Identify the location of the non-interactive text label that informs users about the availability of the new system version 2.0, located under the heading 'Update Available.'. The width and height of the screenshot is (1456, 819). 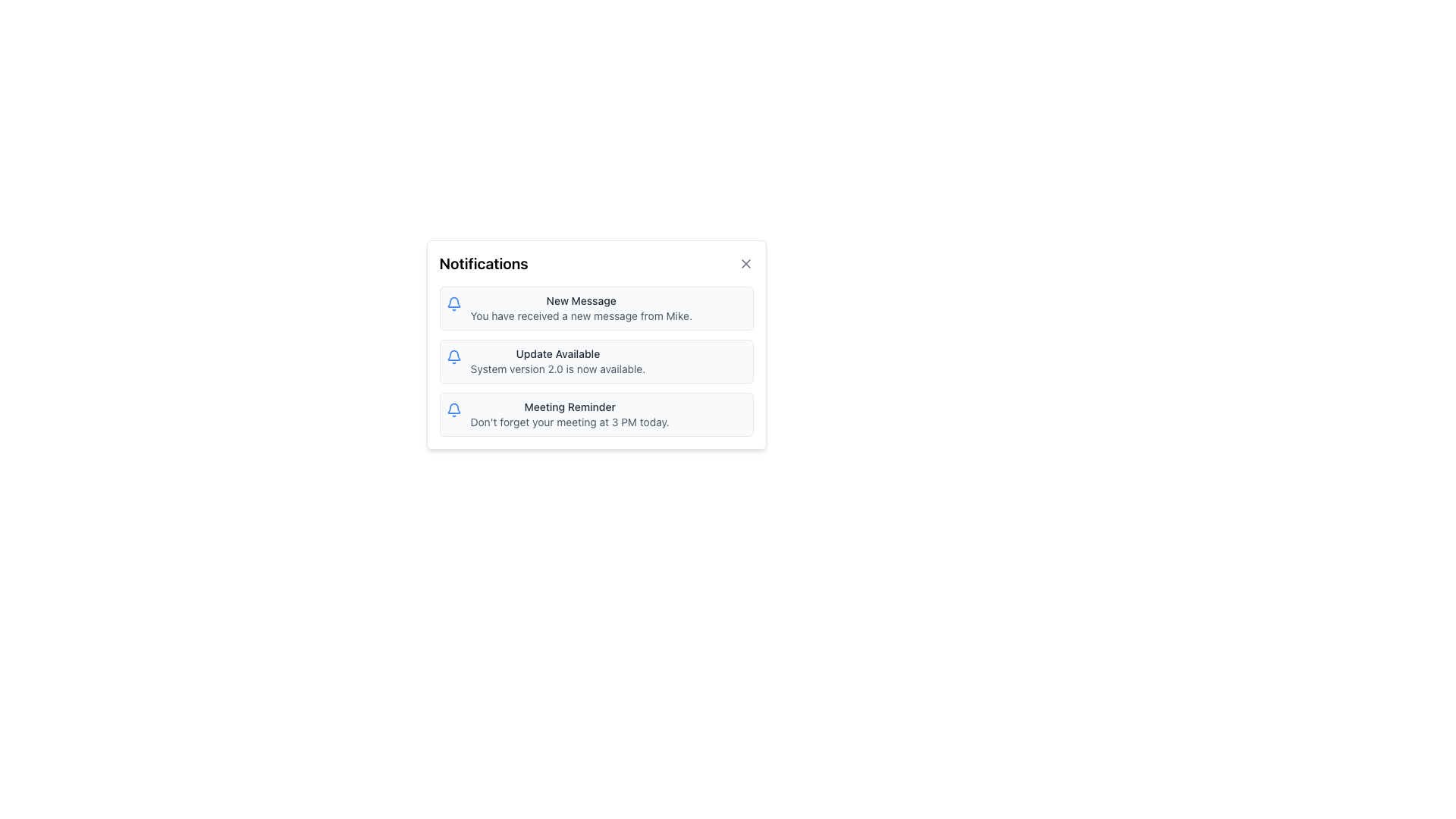
(557, 369).